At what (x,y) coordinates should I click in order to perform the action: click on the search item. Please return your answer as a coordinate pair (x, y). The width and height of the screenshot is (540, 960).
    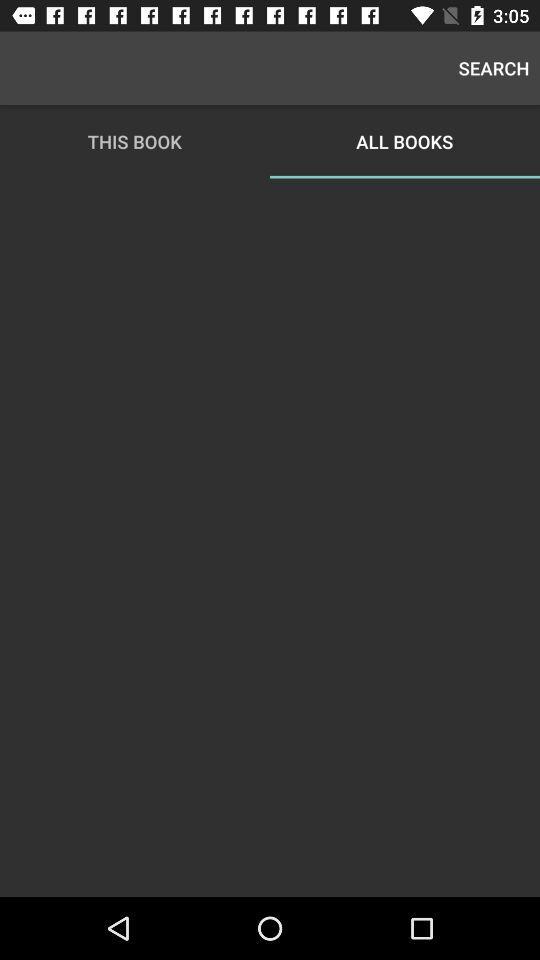
    Looking at the image, I should click on (493, 68).